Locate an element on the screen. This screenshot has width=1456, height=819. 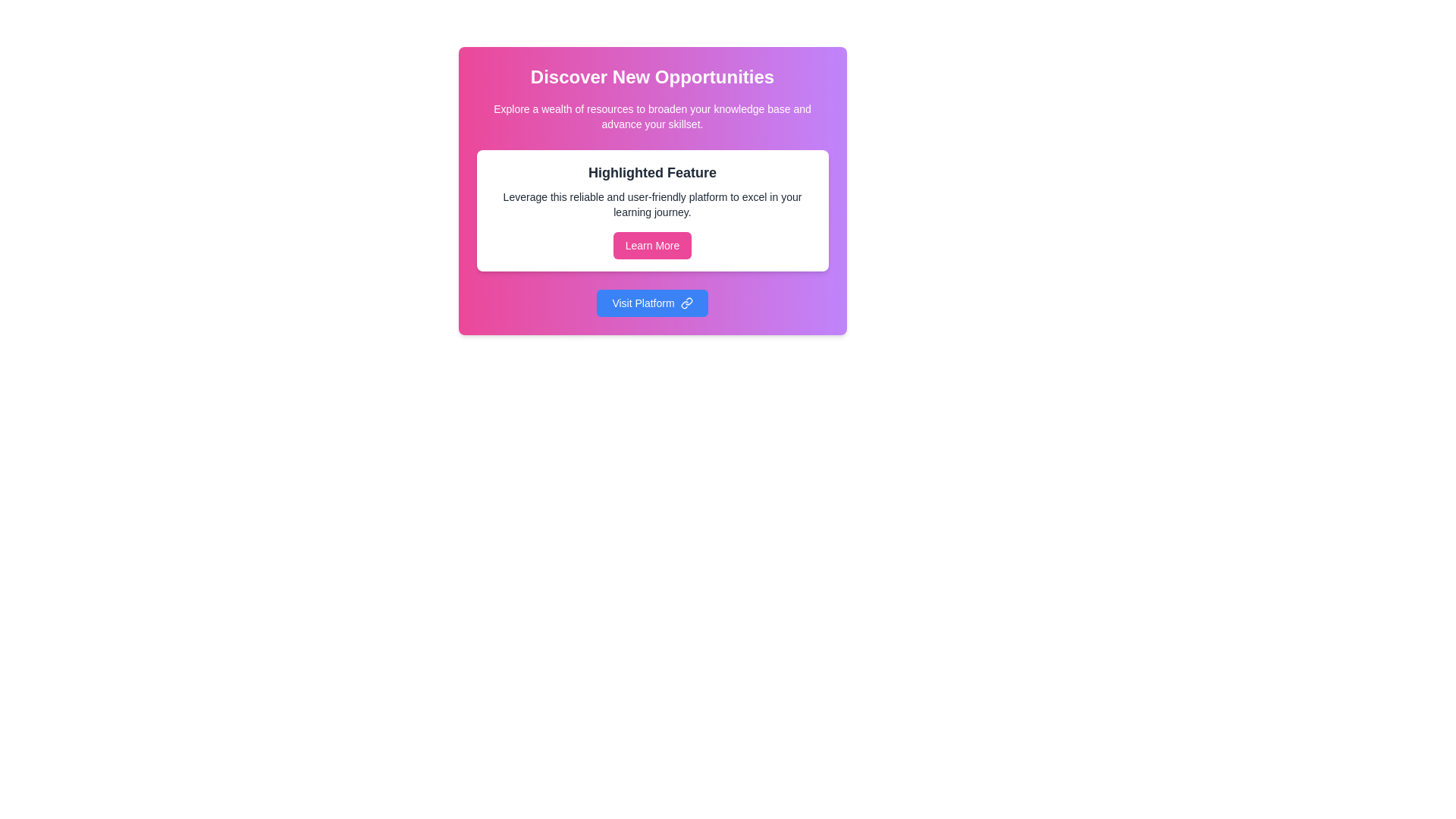
the SVG icon located on the right side of the 'Visit Platform' button at the bottom of the primary interface card is located at coordinates (686, 303).